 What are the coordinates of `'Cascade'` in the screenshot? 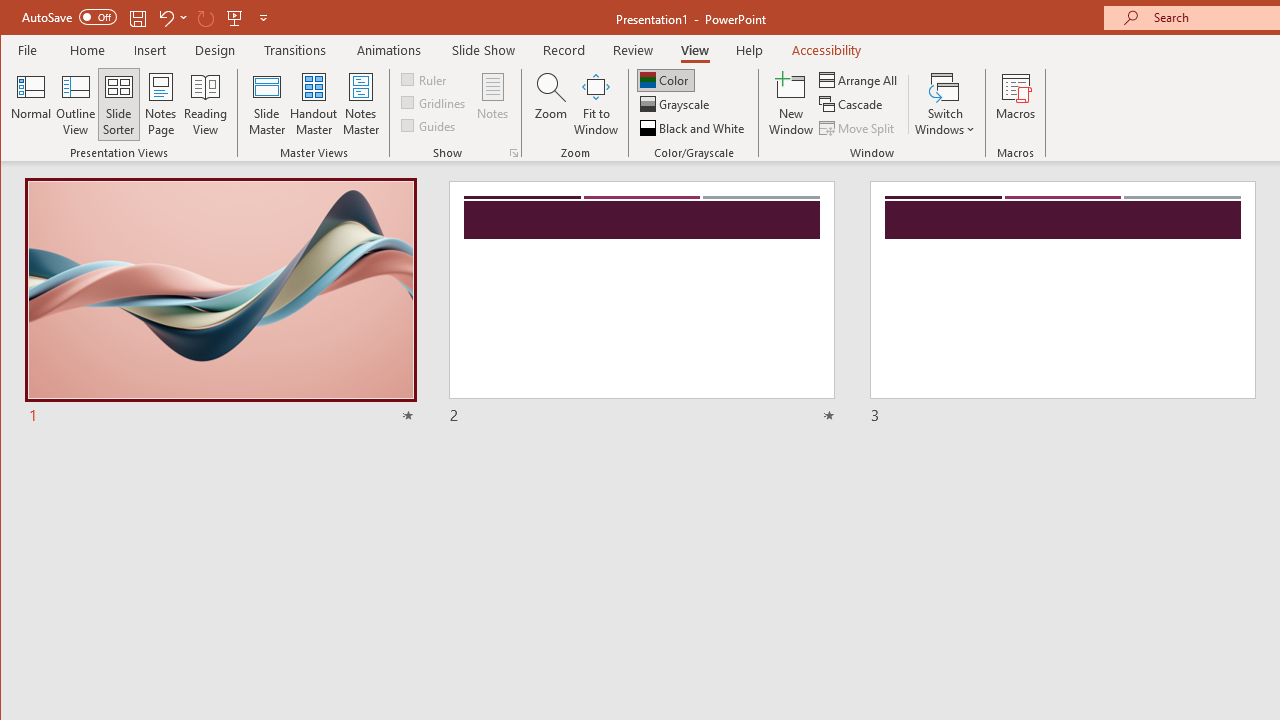 It's located at (853, 104).